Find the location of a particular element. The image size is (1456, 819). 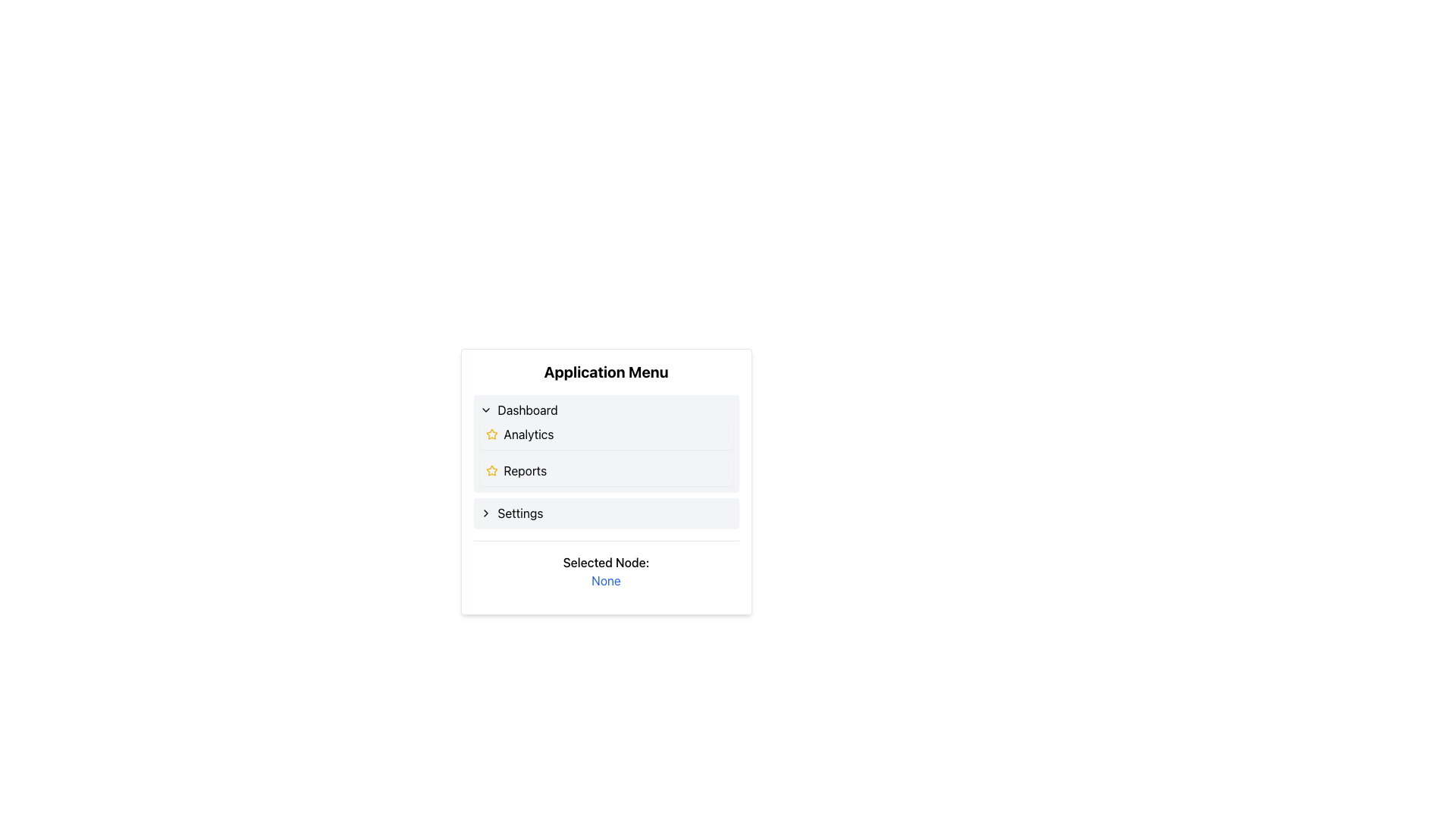

the text label that reads 'Selected Node:' which is centrally located at the bottom of the application menu, above the 'None' text is located at coordinates (605, 562).